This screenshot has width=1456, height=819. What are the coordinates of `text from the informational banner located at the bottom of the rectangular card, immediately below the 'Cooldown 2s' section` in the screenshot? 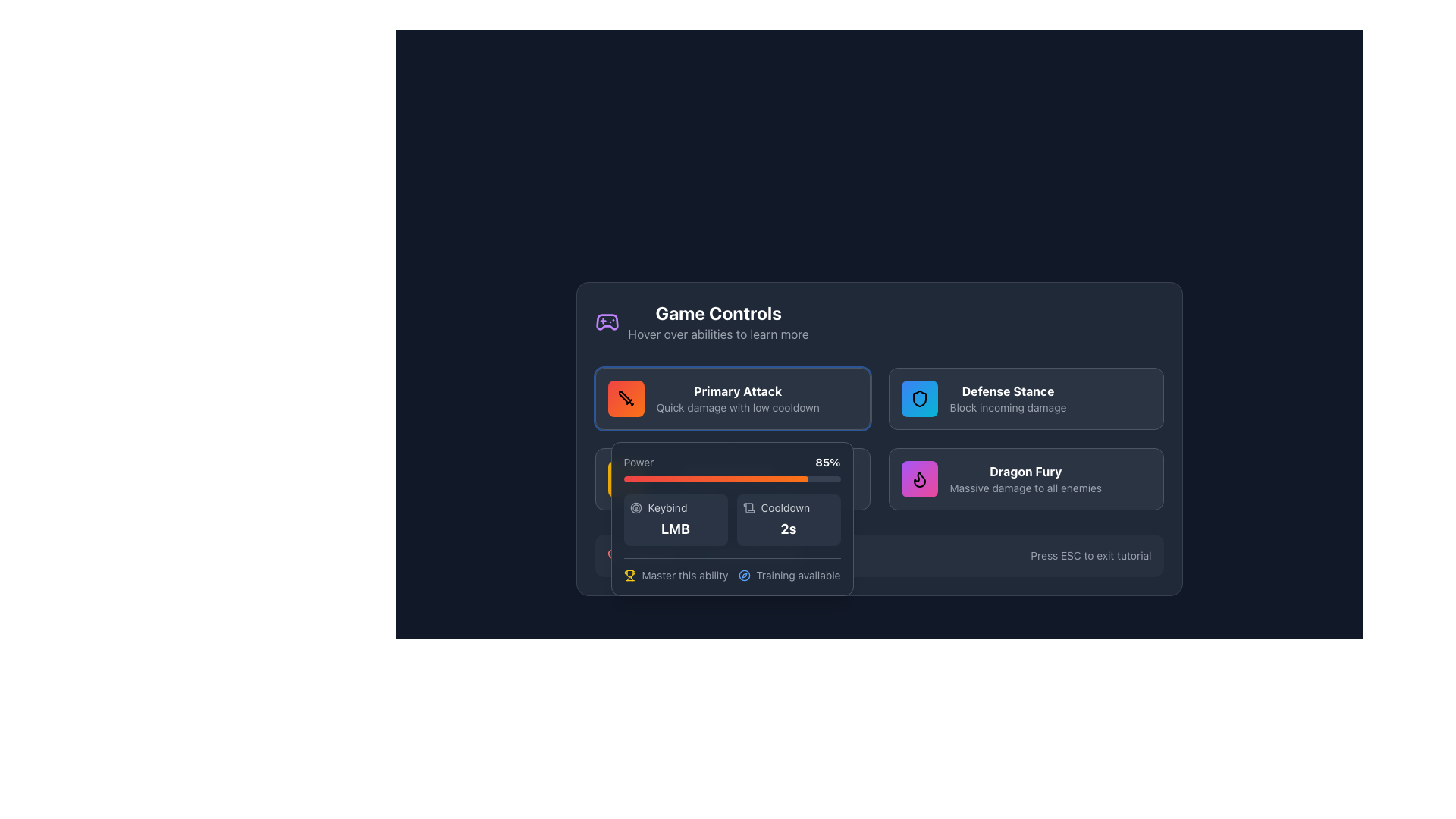 It's located at (732, 570).